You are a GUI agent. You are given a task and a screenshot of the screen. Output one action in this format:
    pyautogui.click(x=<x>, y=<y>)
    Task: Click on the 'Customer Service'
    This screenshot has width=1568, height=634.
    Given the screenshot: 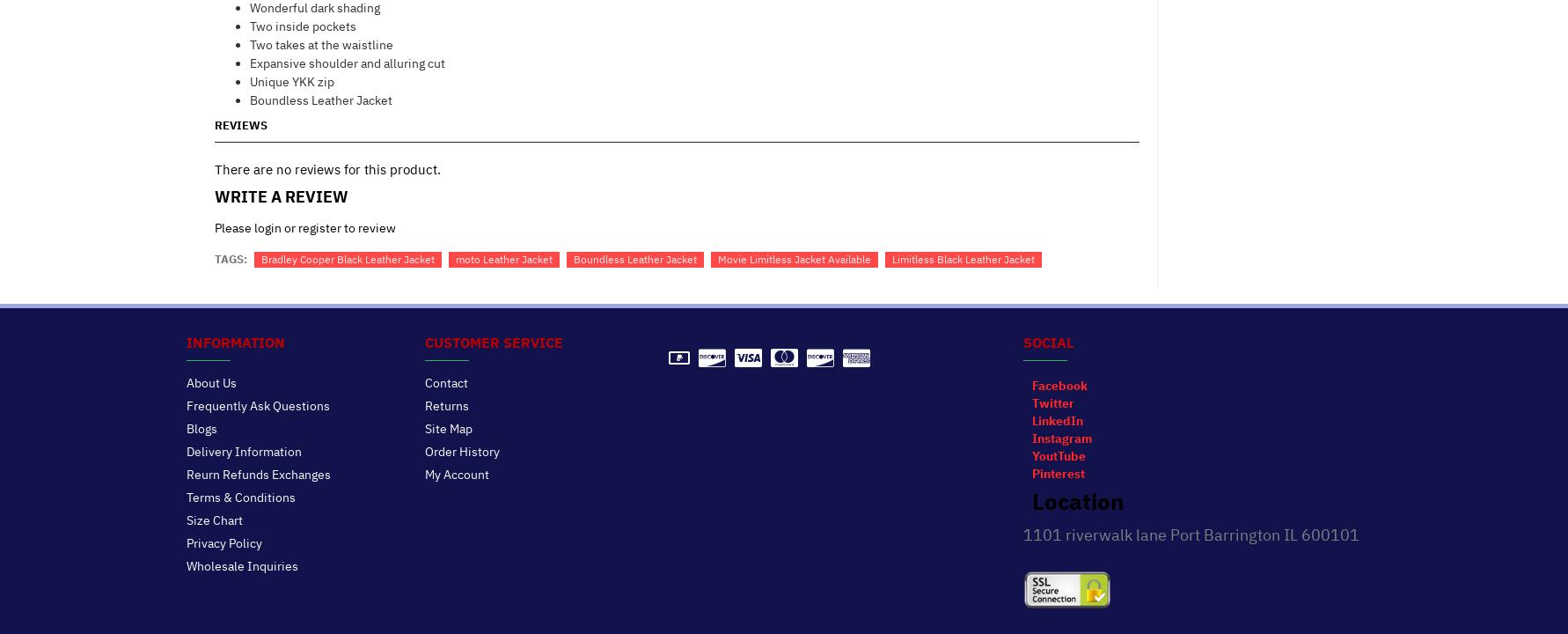 What is the action you would take?
    pyautogui.click(x=494, y=342)
    